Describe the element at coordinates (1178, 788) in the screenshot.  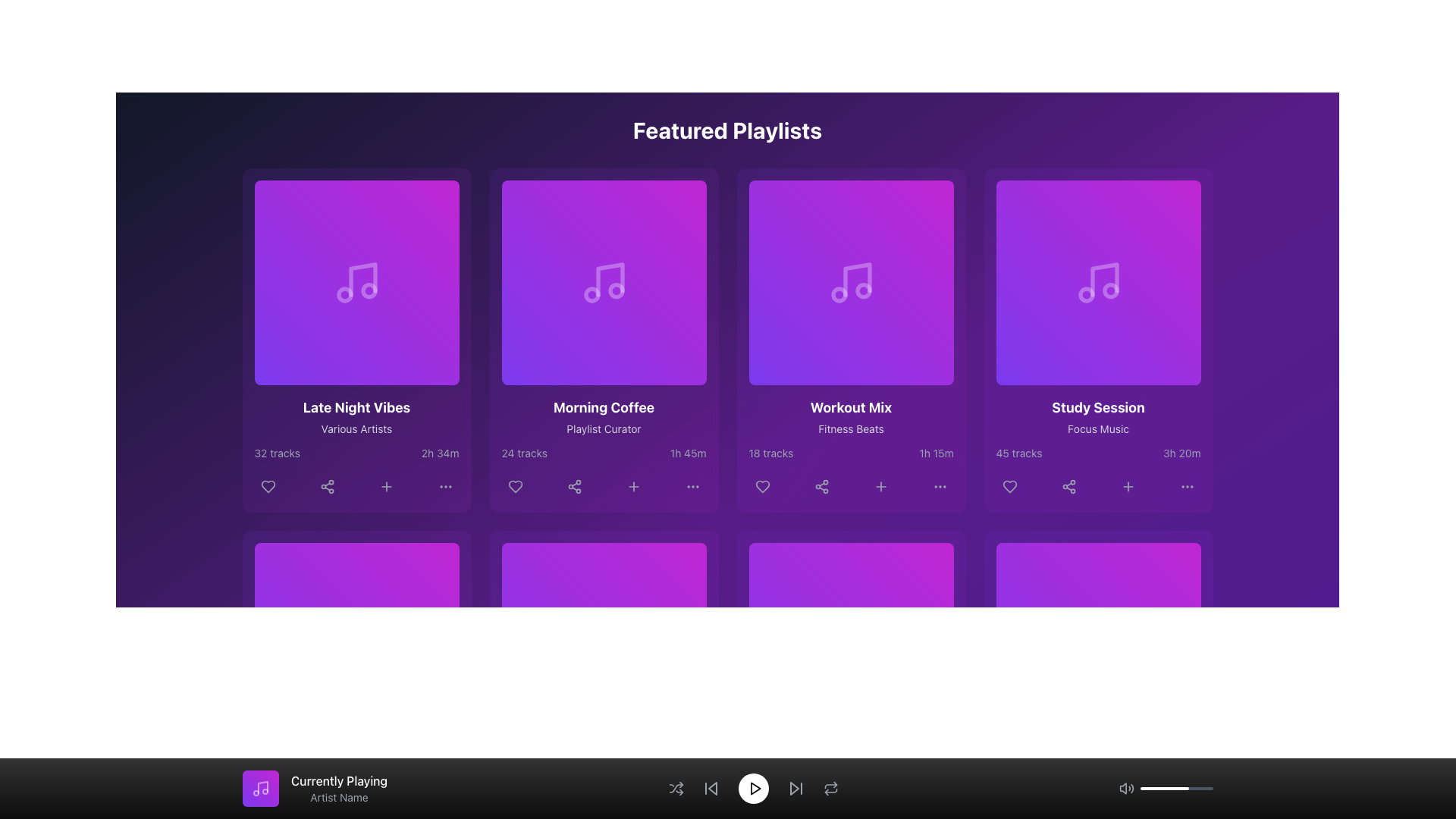
I see `the volume level` at that location.